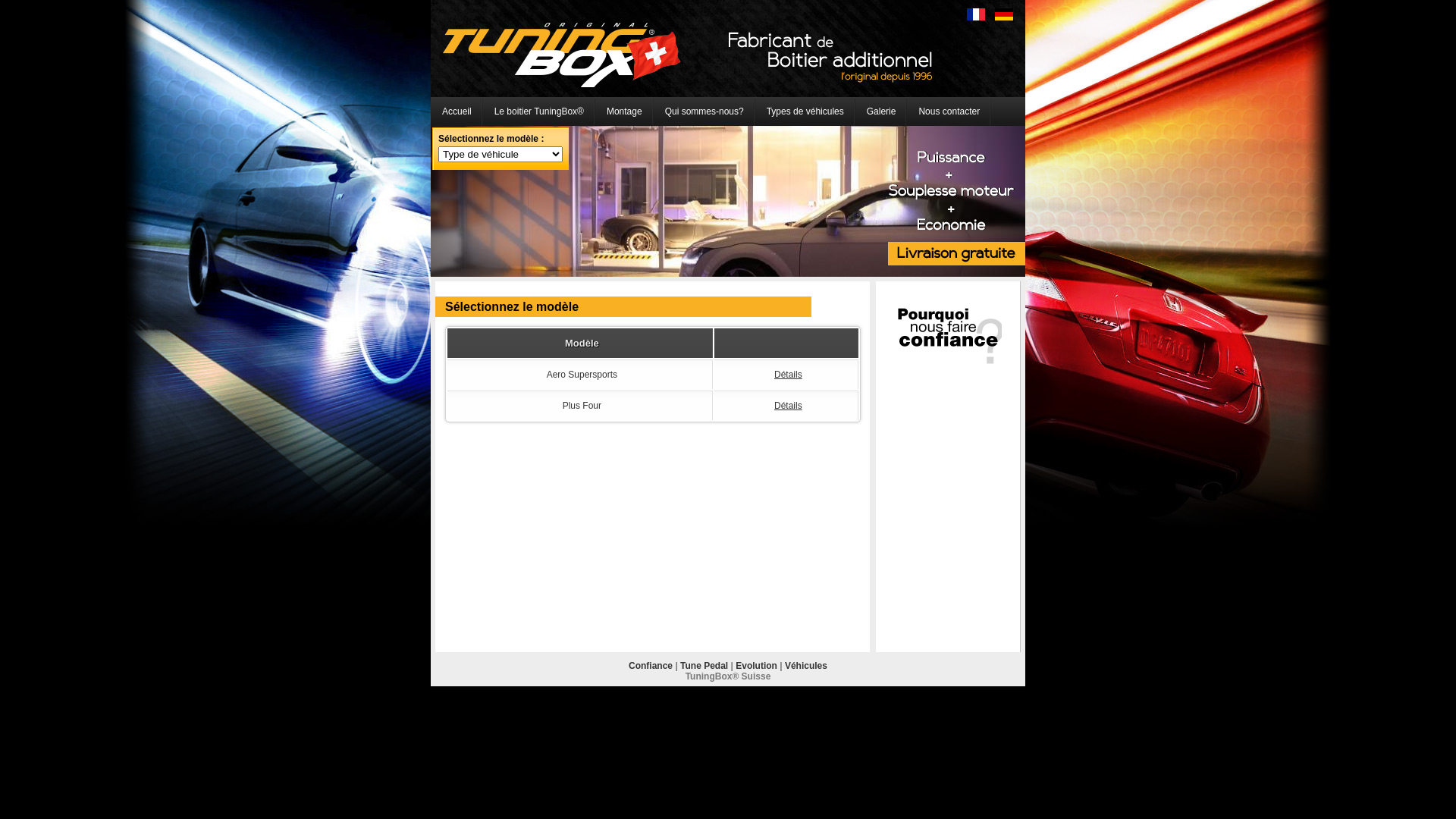  I want to click on 'Evolution', so click(756, 665).